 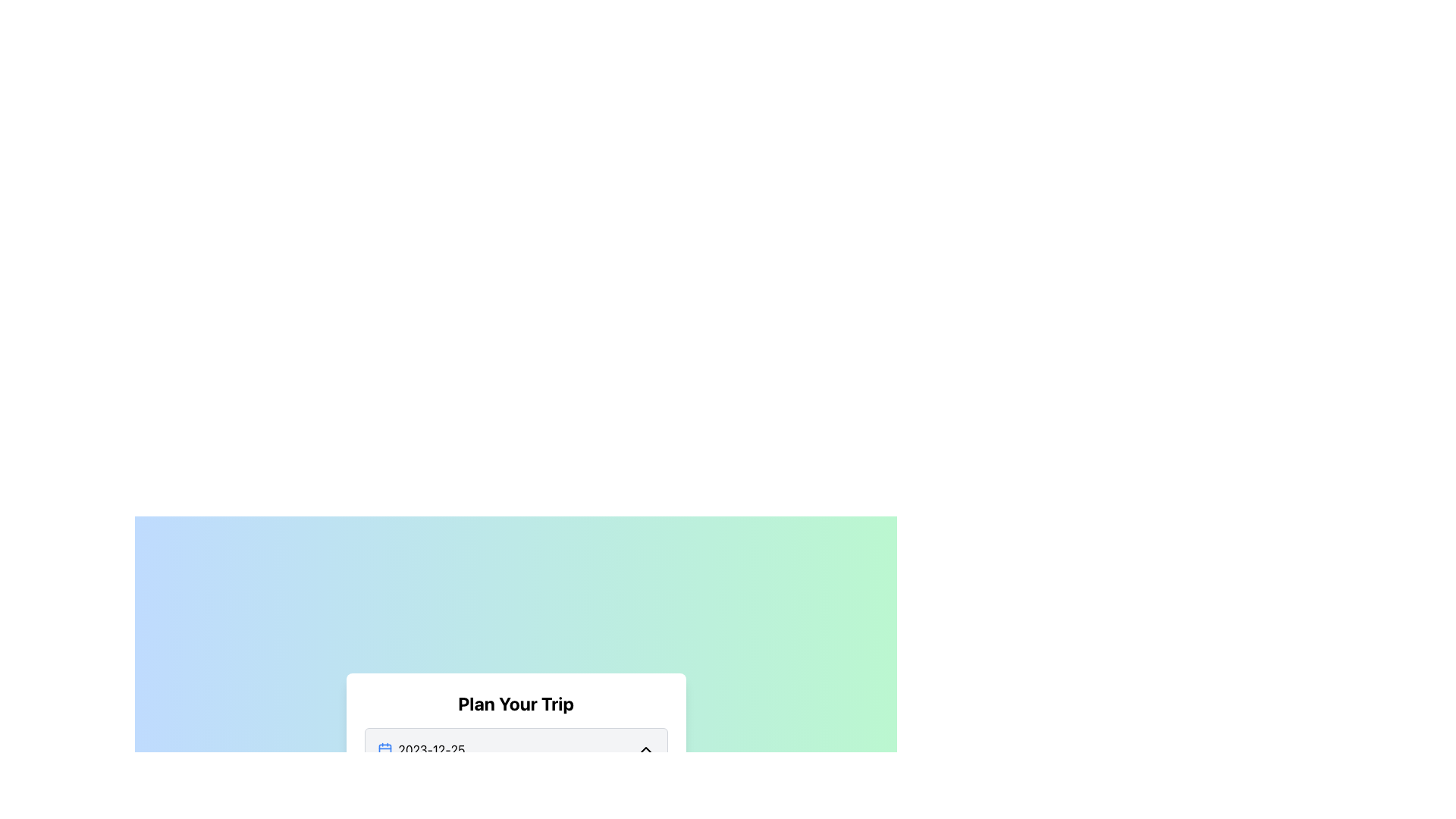 What do you see at coordinates (384, 748) in the screenshot?
I see `the calendar icon located to the left of the date text '2023-12-25' to associate it with its context` at bounding box center [384, 748].